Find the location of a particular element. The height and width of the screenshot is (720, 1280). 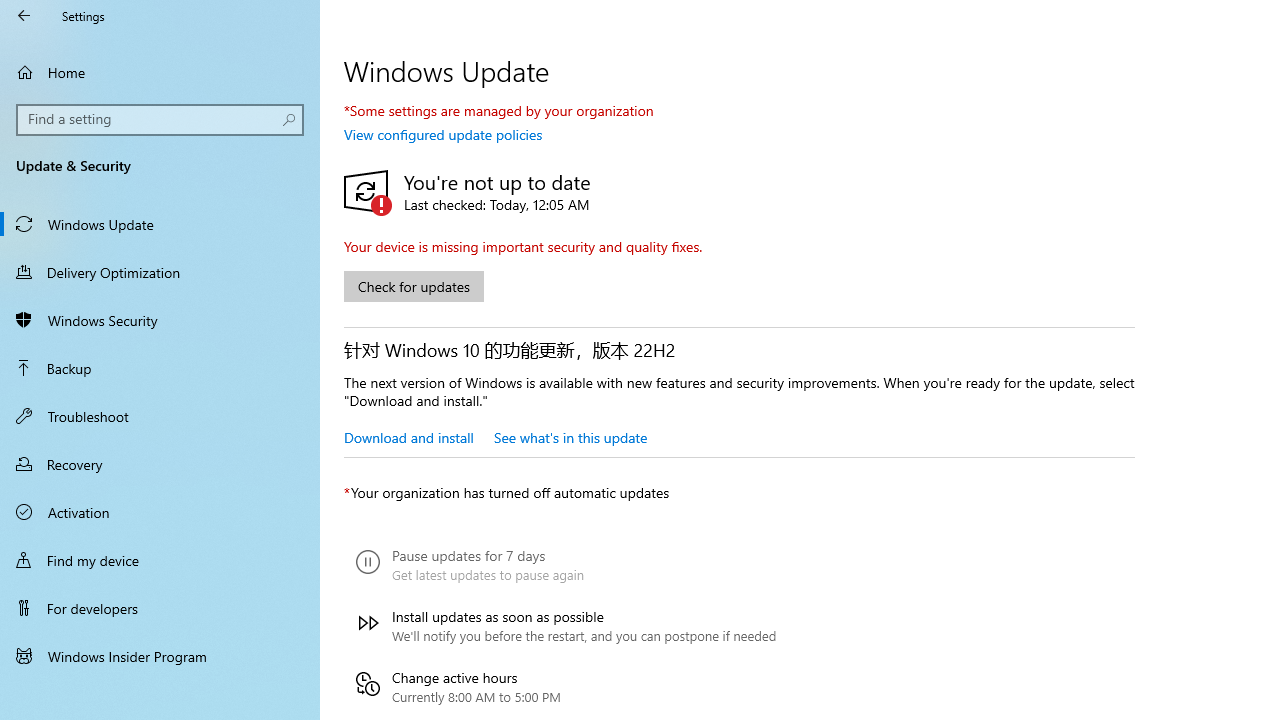

'Delivery Optimization' is located at coordinates (160, 271).